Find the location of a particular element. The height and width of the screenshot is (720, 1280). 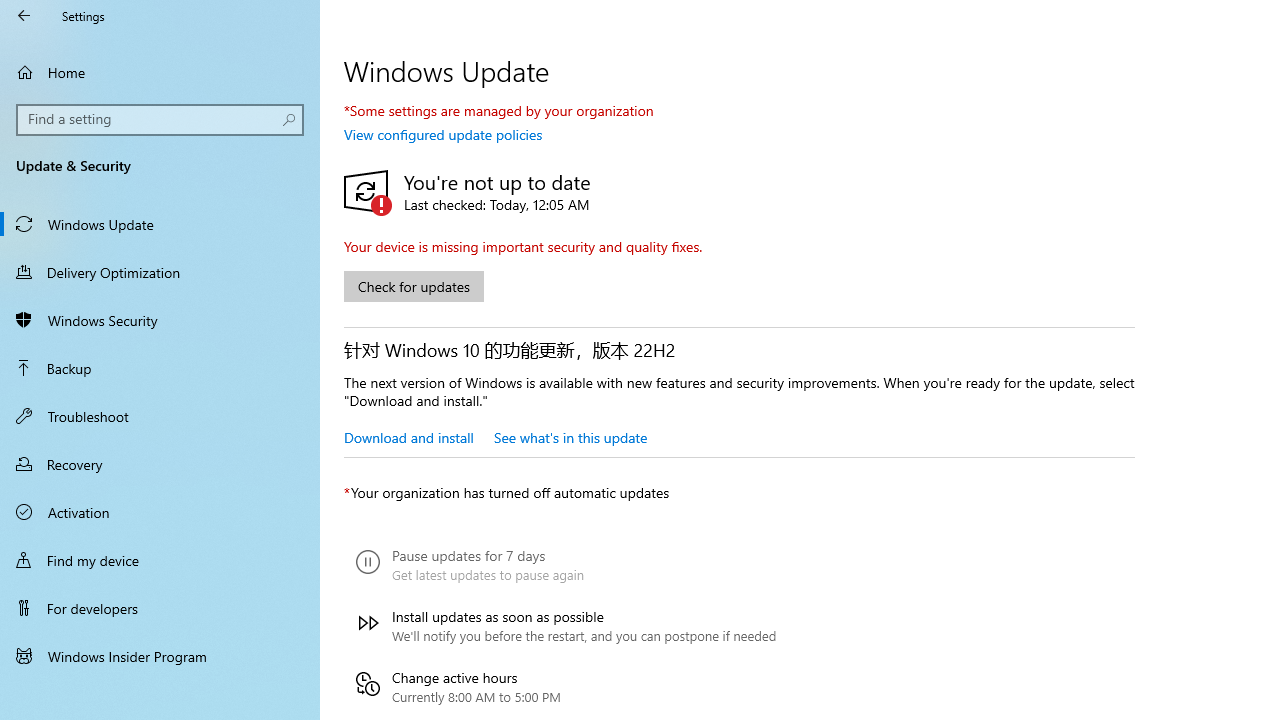

'Delivery Optimization' is located at coordinates (160, 271).